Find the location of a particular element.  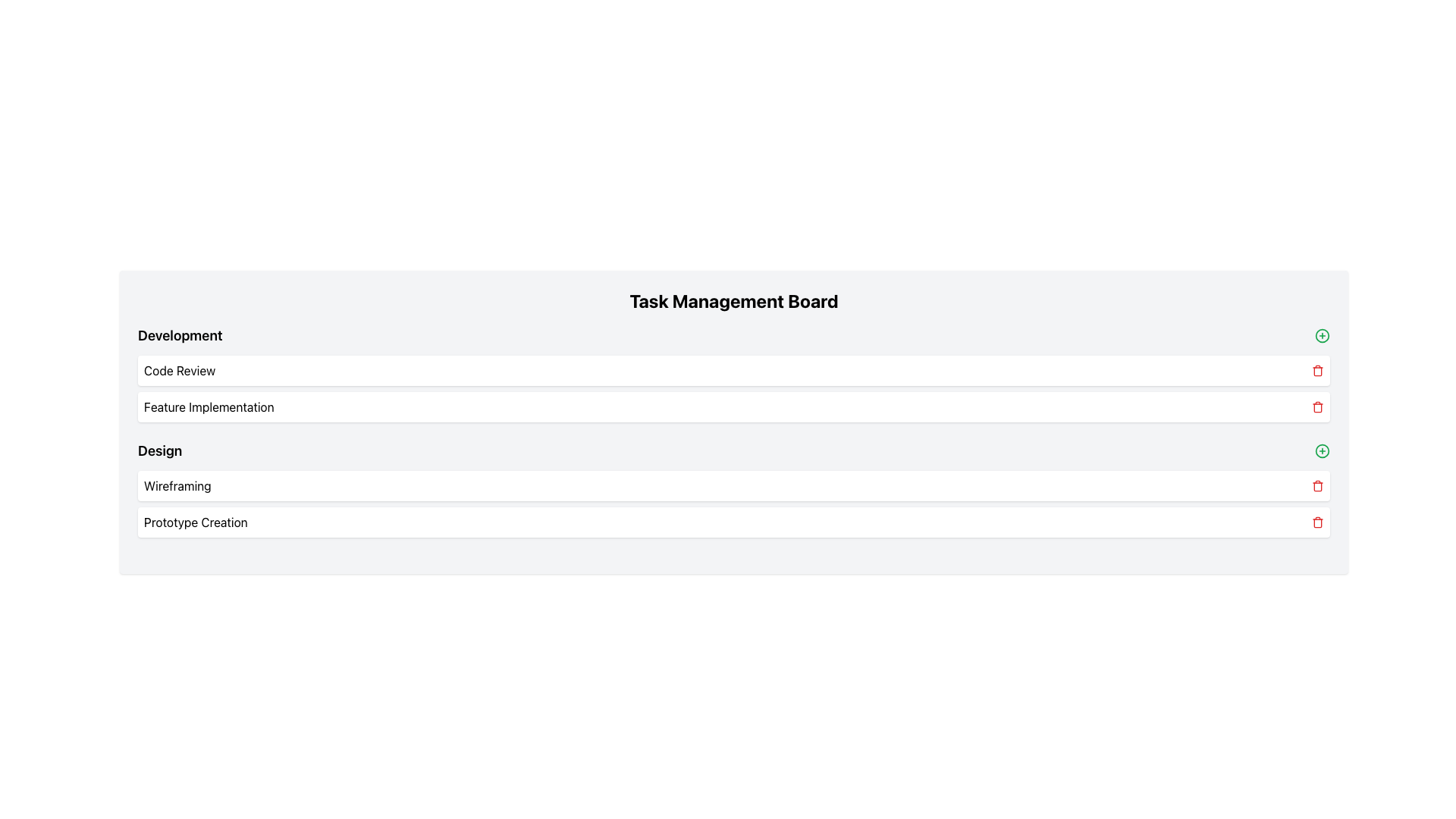

the text label stating 'Feature Implementation' located in the 'Development' section of the task management board, positioned below 'Code Review' is located at coordinates (208, 406).